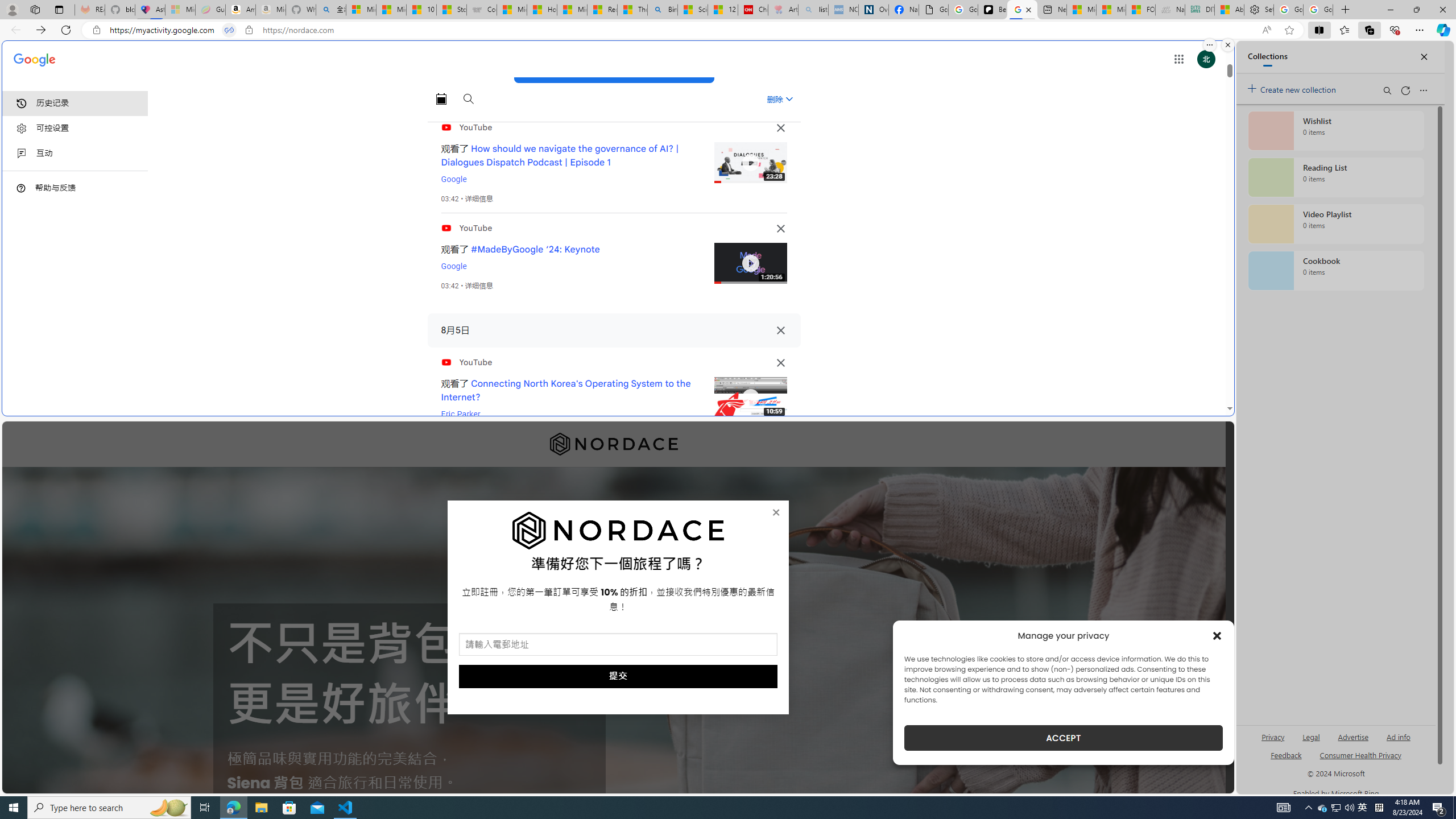 This screenshot has height=819, width=1456. I want to click on 'ACCEPT', so click(1064, 738).